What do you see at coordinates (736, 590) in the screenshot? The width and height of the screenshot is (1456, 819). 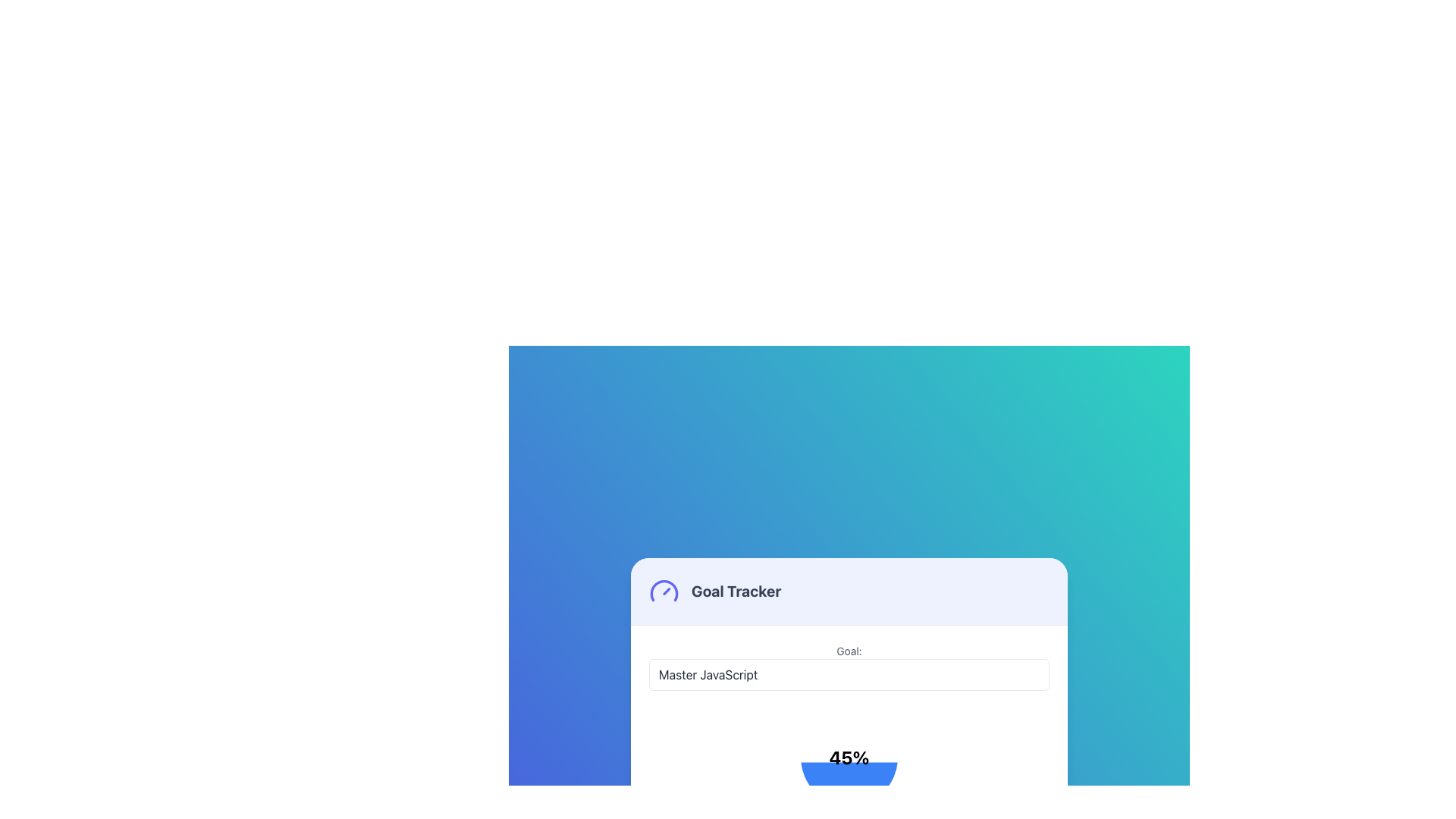 I see `text label 'Goal Tracker' located in the top-left section of the user interface, positioned next to an icon in a light blue background layout` at bounding box center [736, 590].